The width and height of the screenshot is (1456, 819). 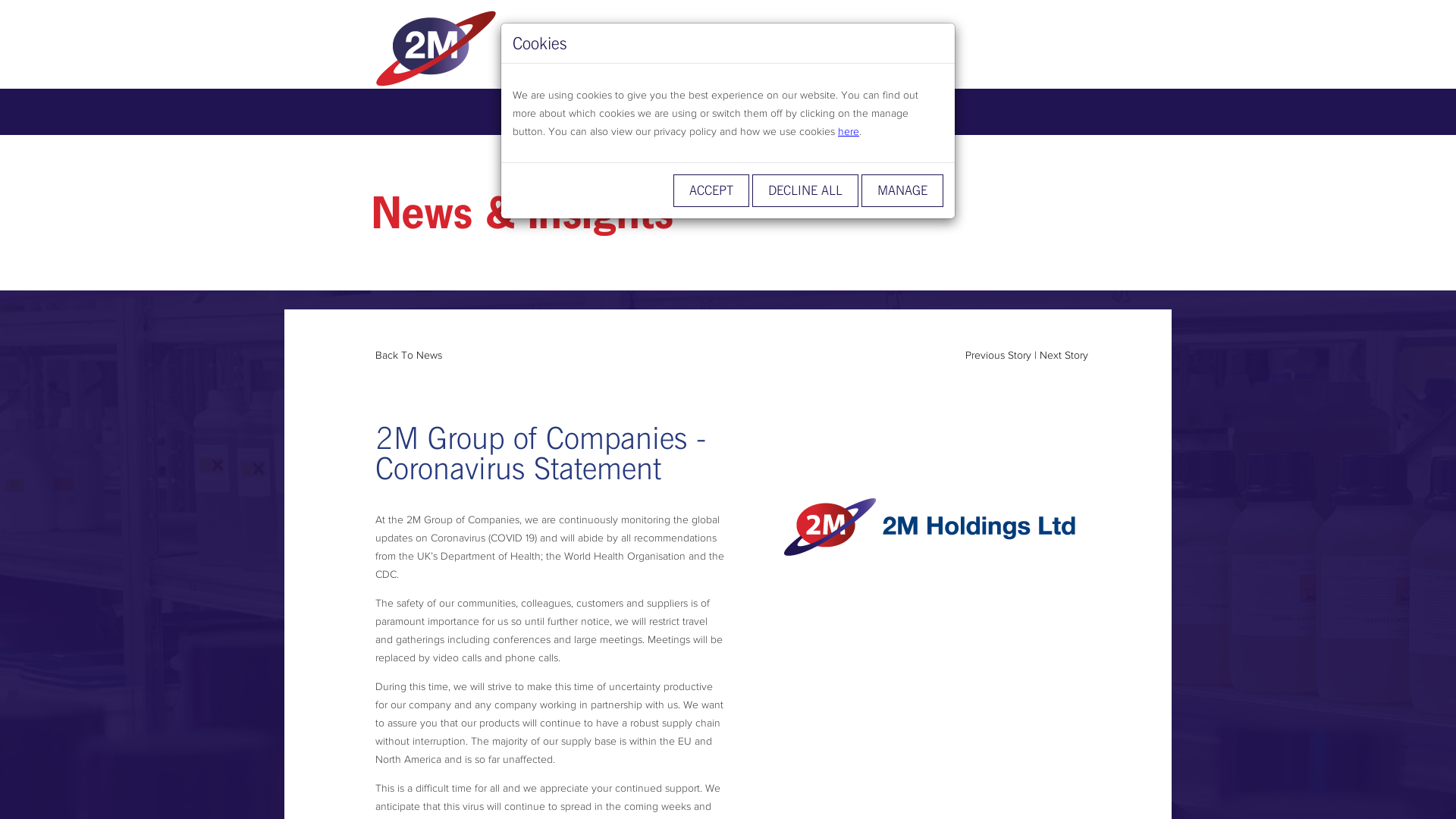 What do you see at coordinates (491, 46) in the screenshot?
I see `'Services'` at bounding box center [491, 46].